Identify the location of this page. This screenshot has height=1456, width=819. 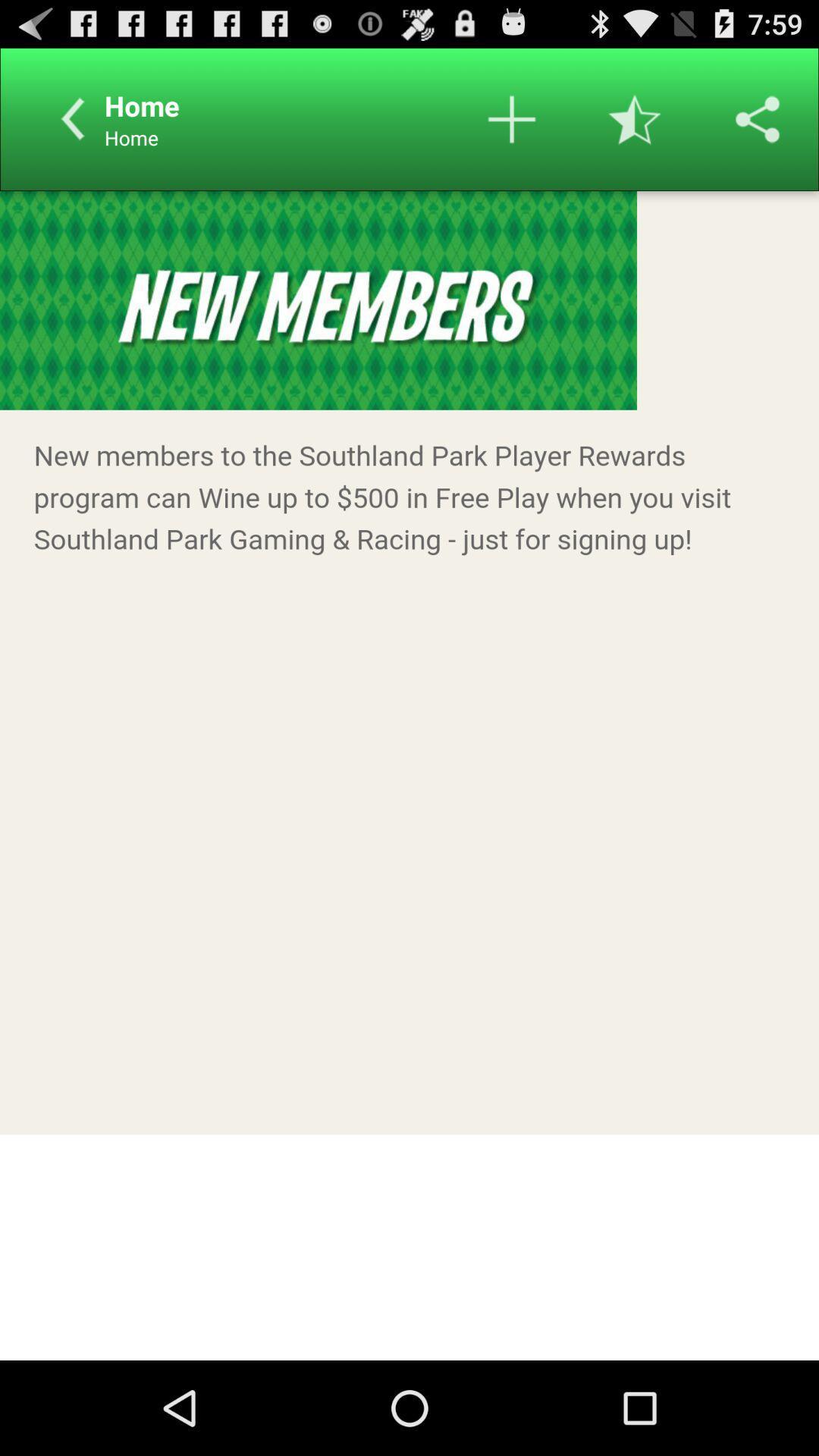
(635, 118).